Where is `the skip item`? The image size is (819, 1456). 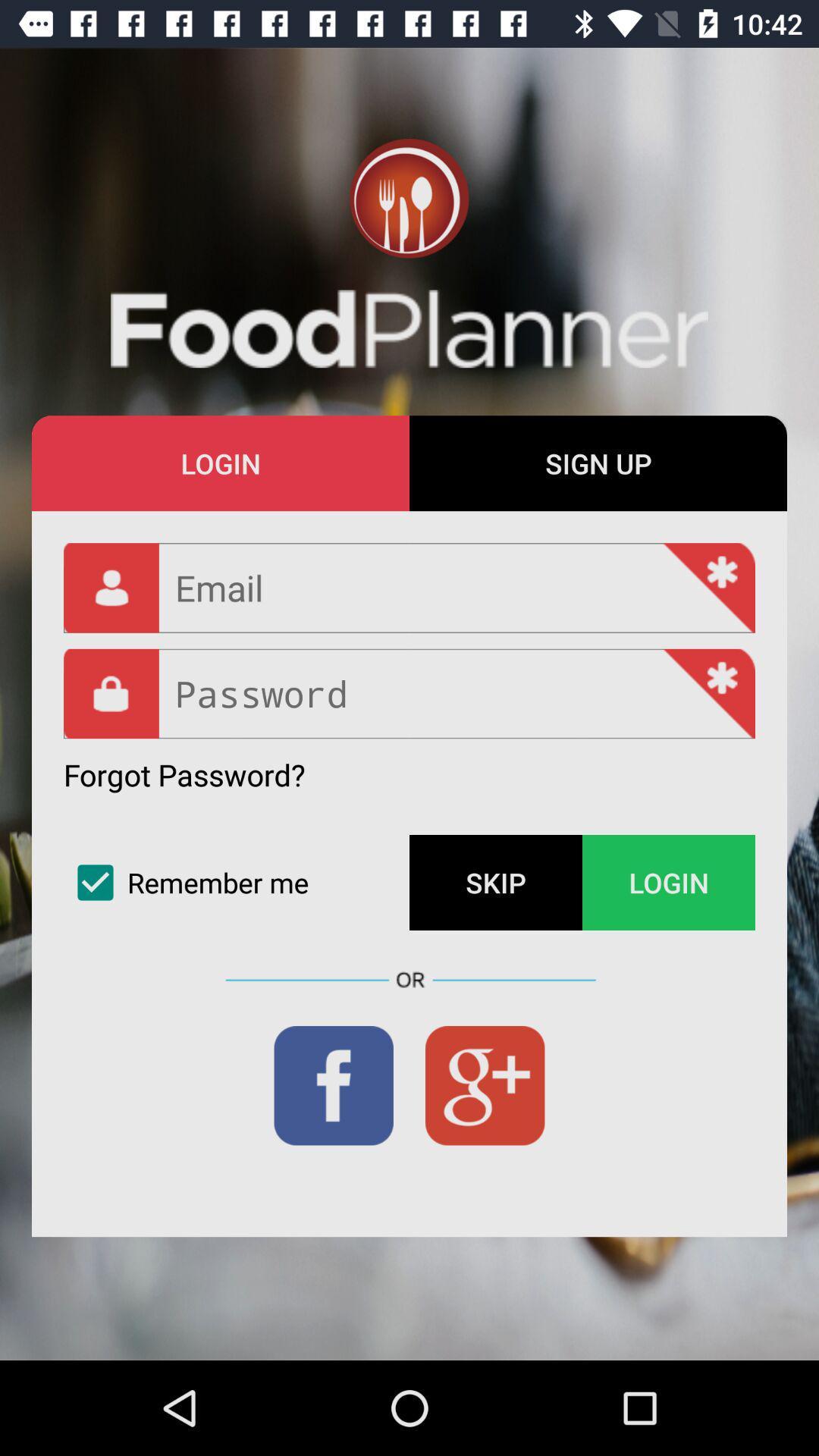 the skip item is located at coordinates (496, 883).